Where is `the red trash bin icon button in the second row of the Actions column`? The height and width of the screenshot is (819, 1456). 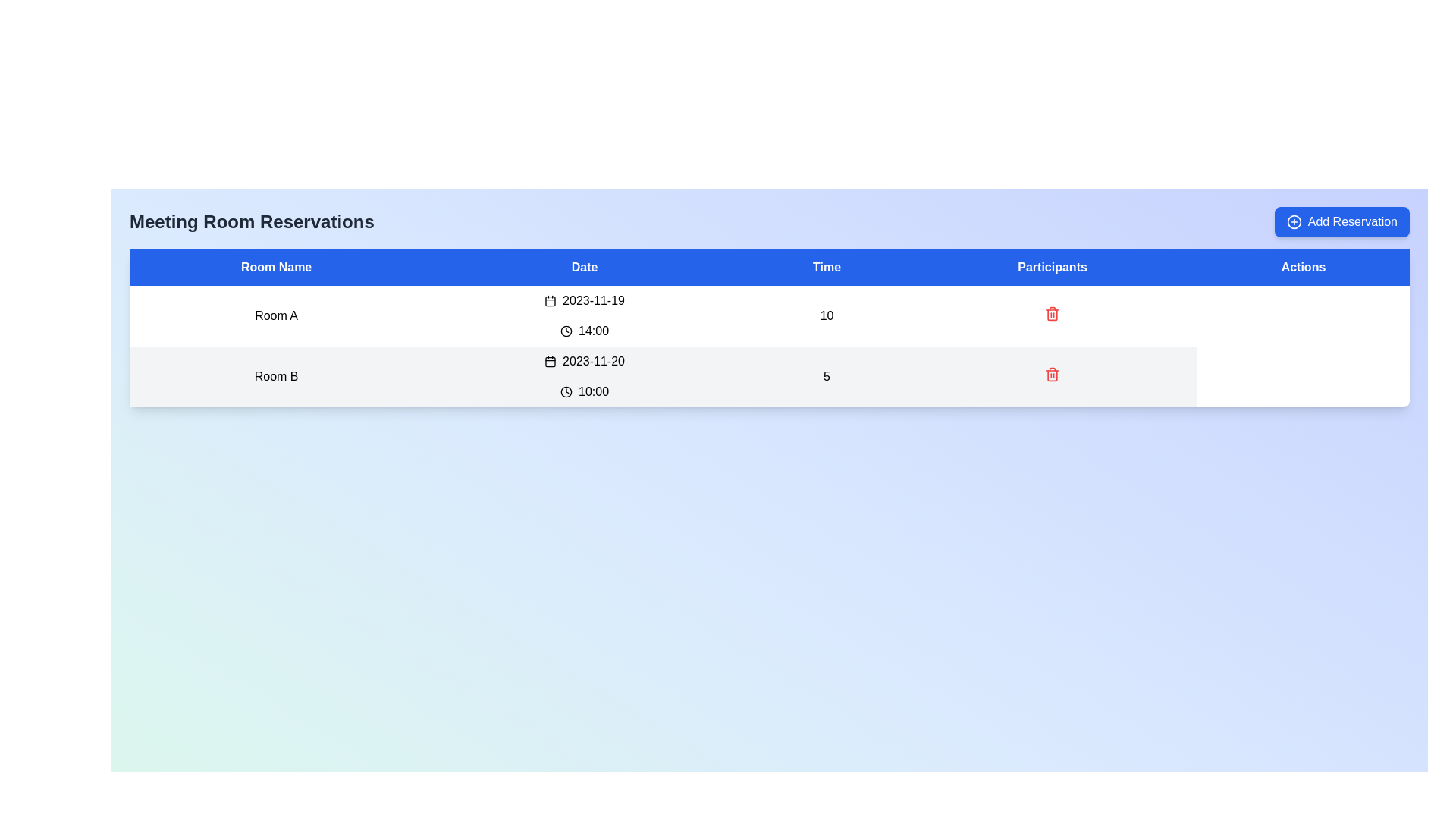
the red trash bin icon button in the second row of the Actions column is located at coordinates (1051, 312).